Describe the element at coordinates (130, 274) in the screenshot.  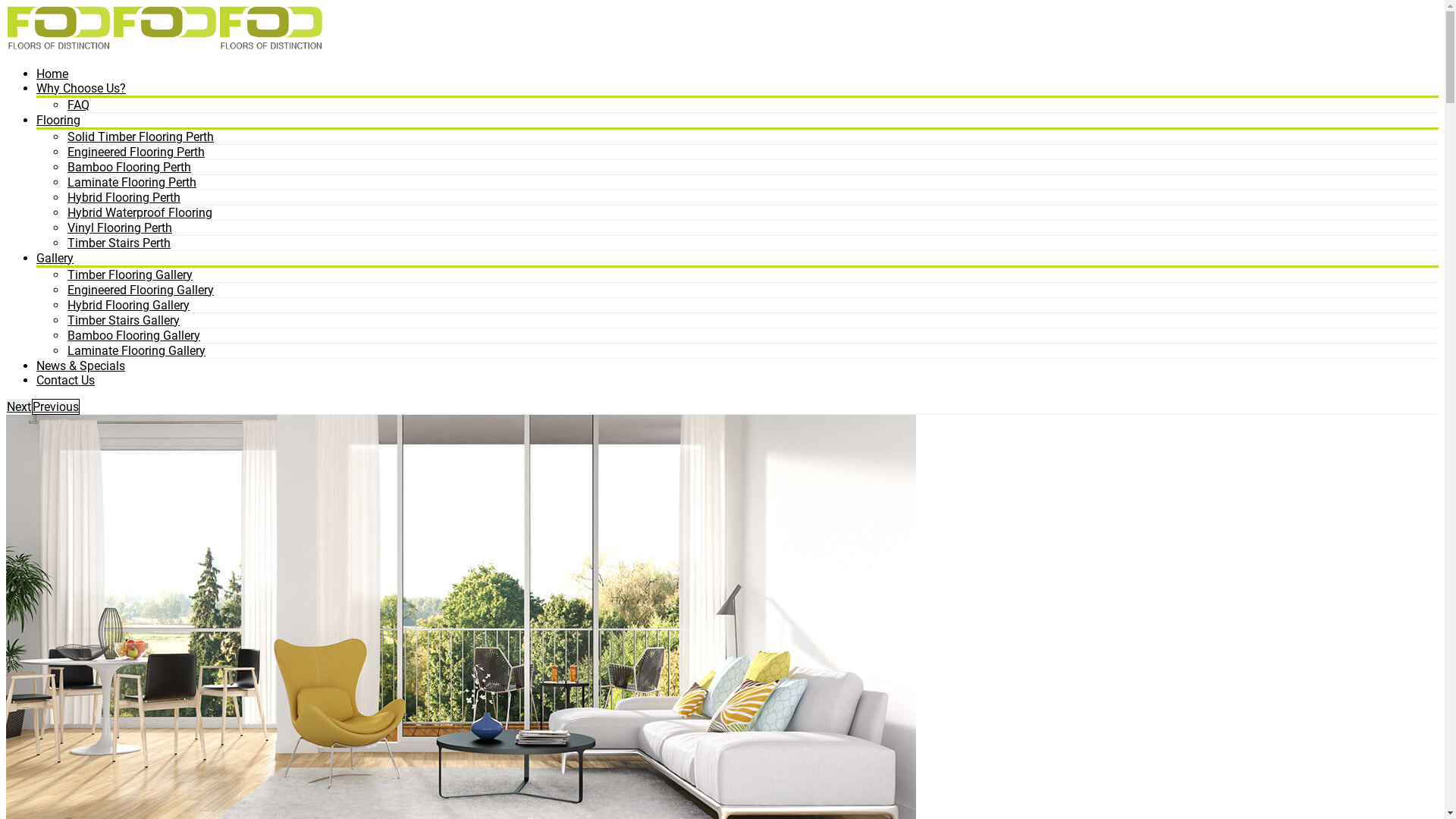
I see `'Timber Flooring Gallery'` at that location.